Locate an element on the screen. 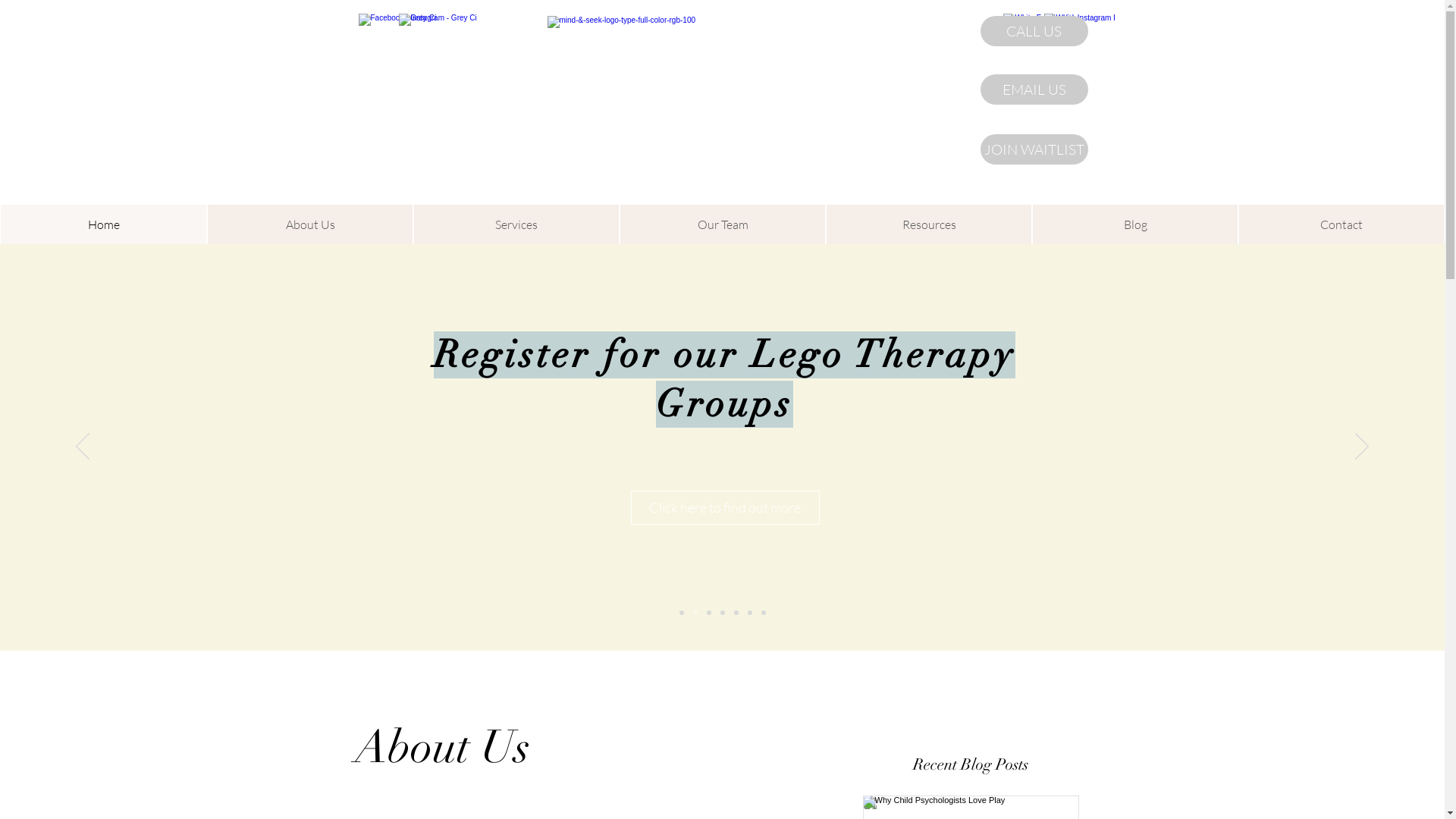 Image resolution: width=1456 pixels, height=819 pixels. 'Our Team' is located at coordinates (722, 224).